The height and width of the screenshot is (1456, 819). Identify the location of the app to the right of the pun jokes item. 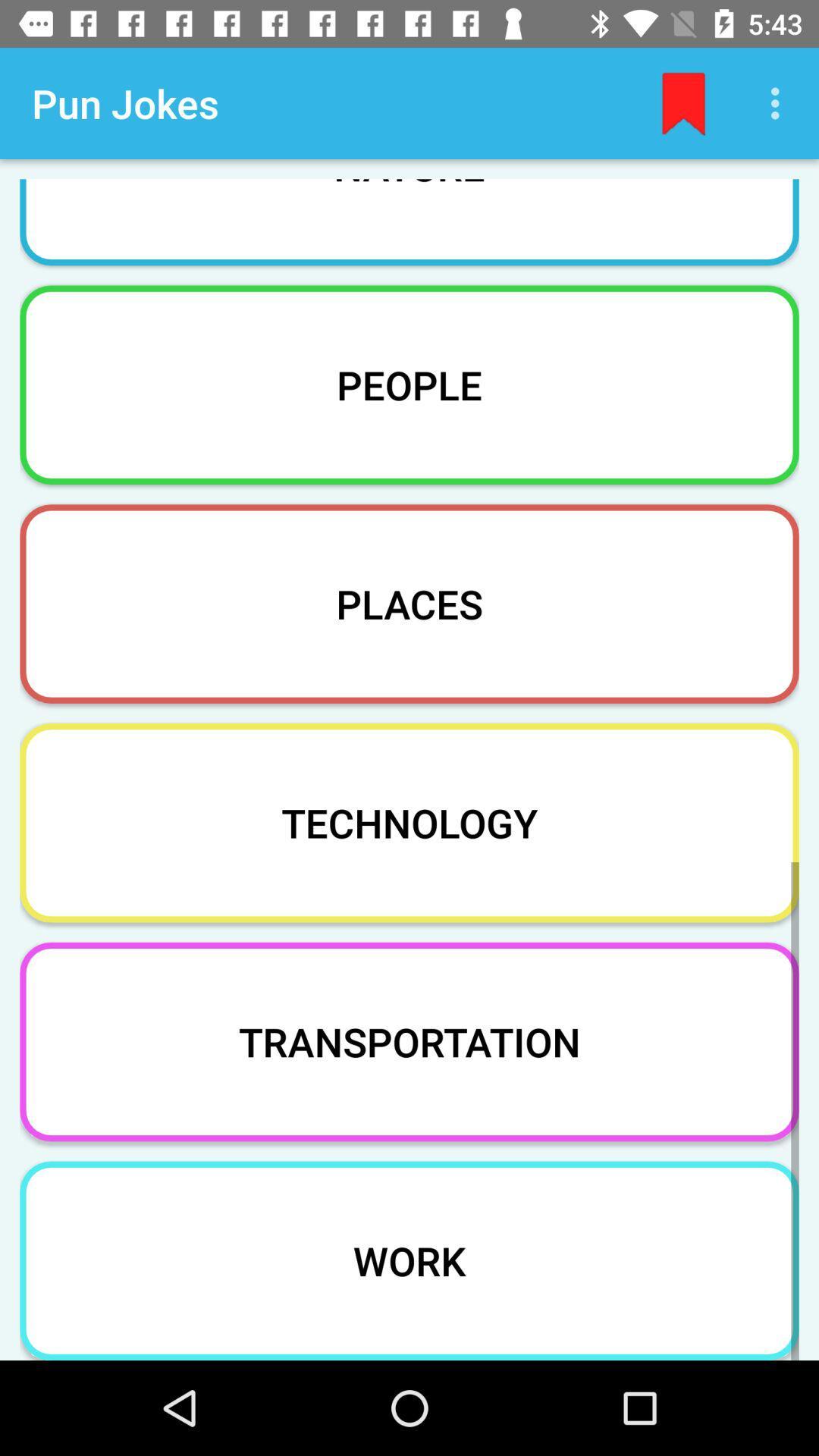
(683, 102).